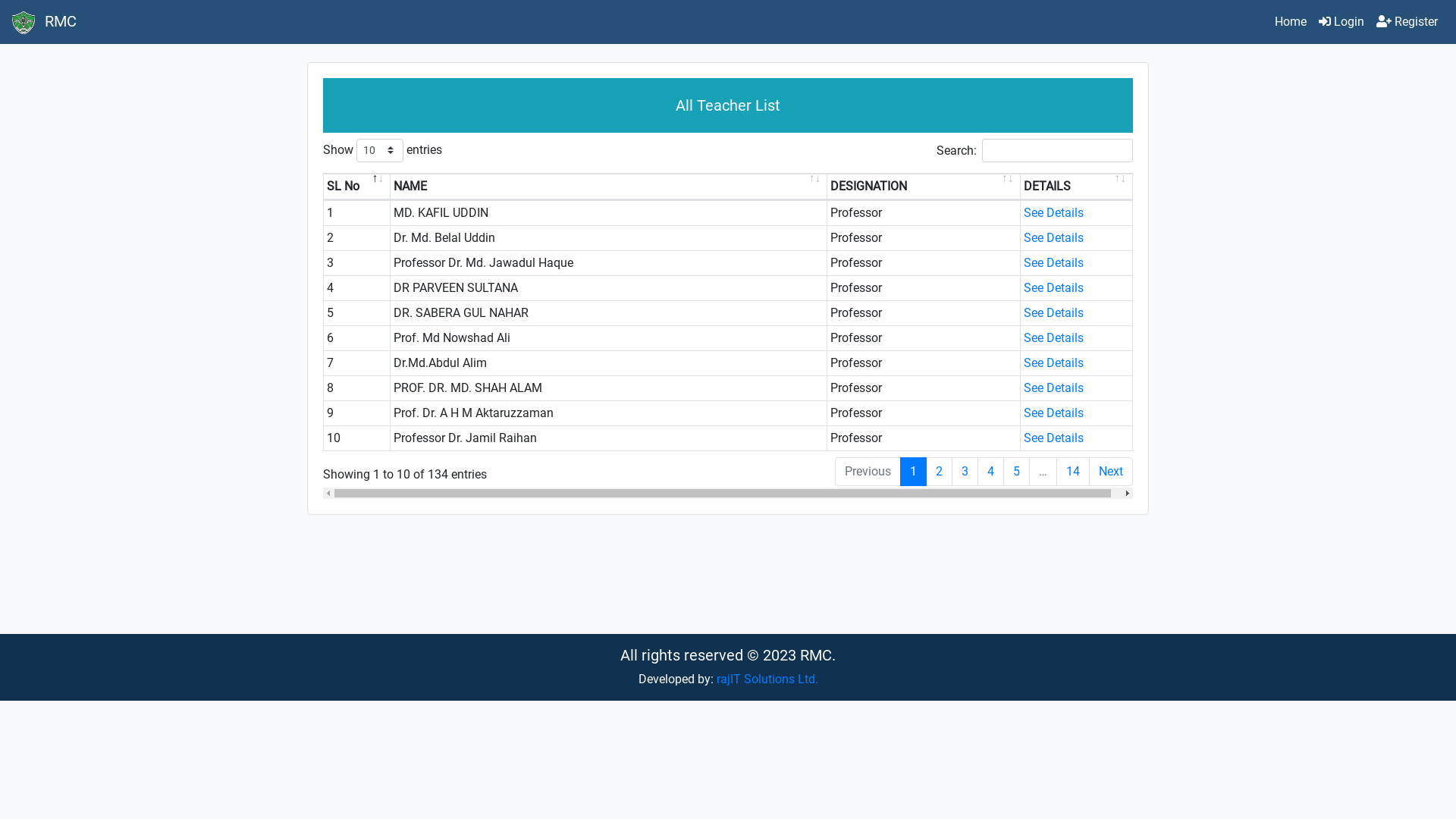 The image size is (1456, 819). I want to click on '4', so click(990, 470).